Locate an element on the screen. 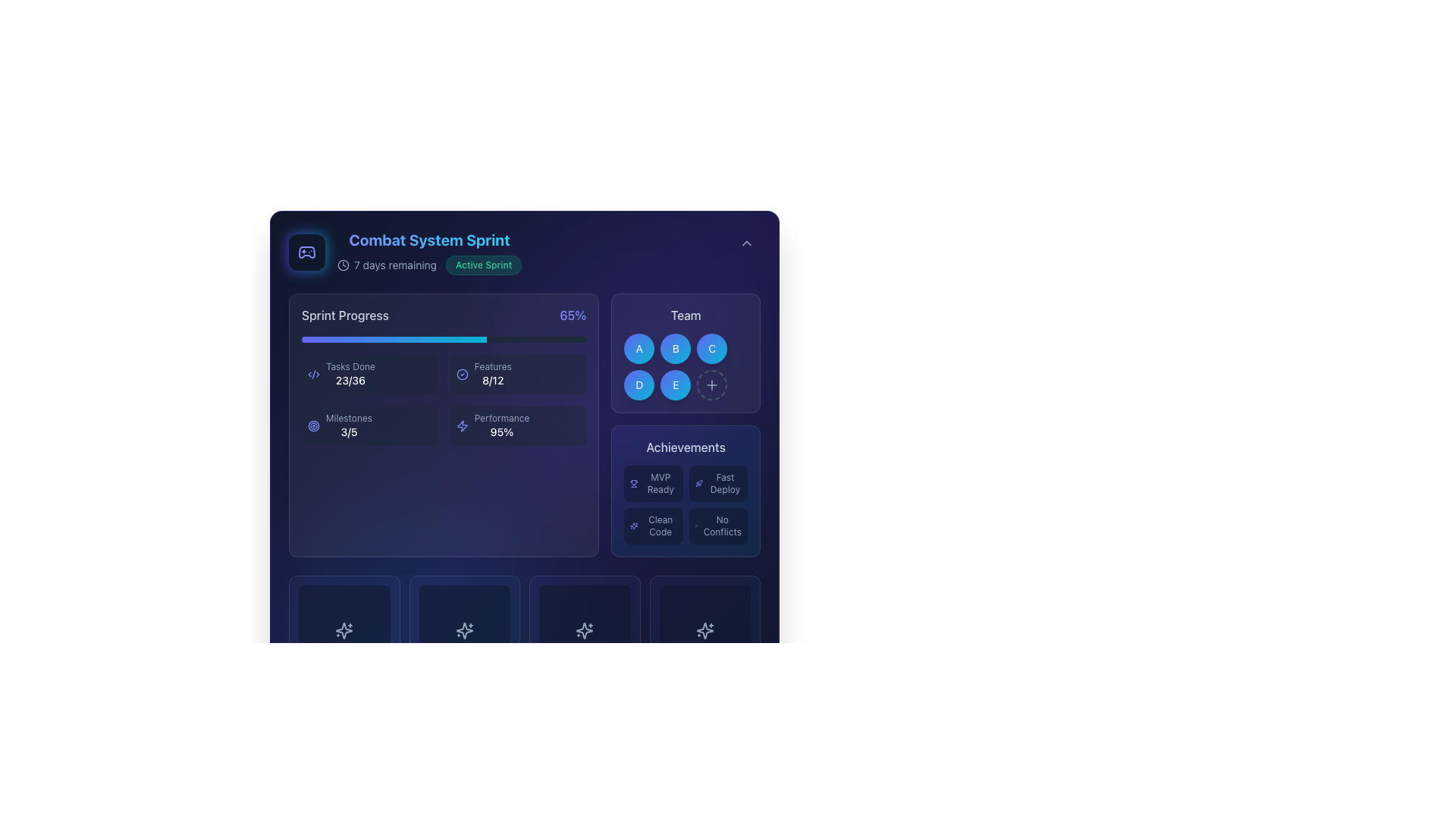  the toggle button/icon represented by a downward-pointing chevron in the upper-right corner of the interface to change its appearance is located at coordinates (746, 242).